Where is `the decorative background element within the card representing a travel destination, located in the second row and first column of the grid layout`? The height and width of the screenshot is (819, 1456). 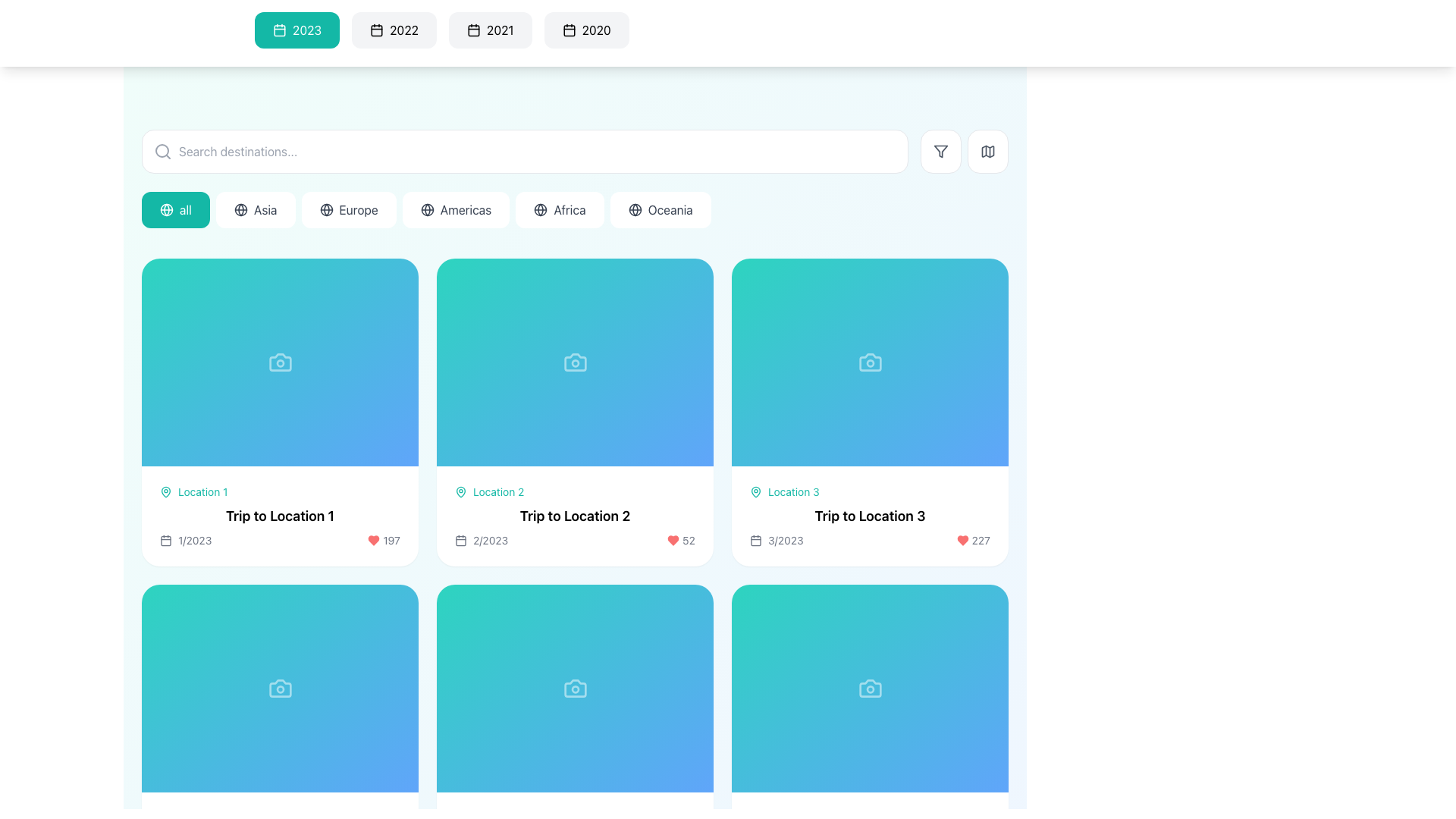
the decorative background element within the card representing a travel destination, located in the second row and first column of the grid layout is located at coordinates (574, 688).